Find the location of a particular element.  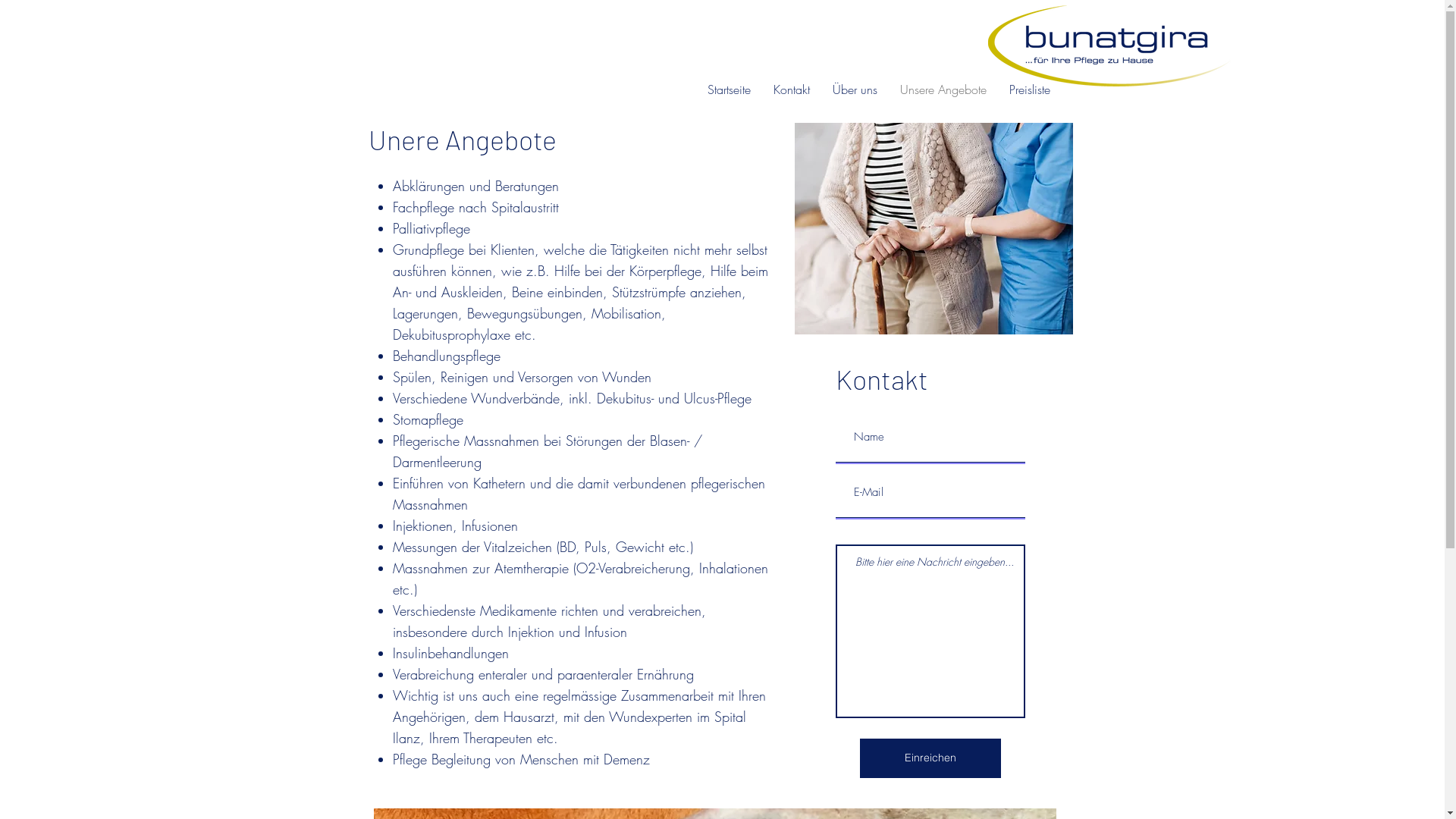

'Kontakt' is located at coordinates (761, 89).